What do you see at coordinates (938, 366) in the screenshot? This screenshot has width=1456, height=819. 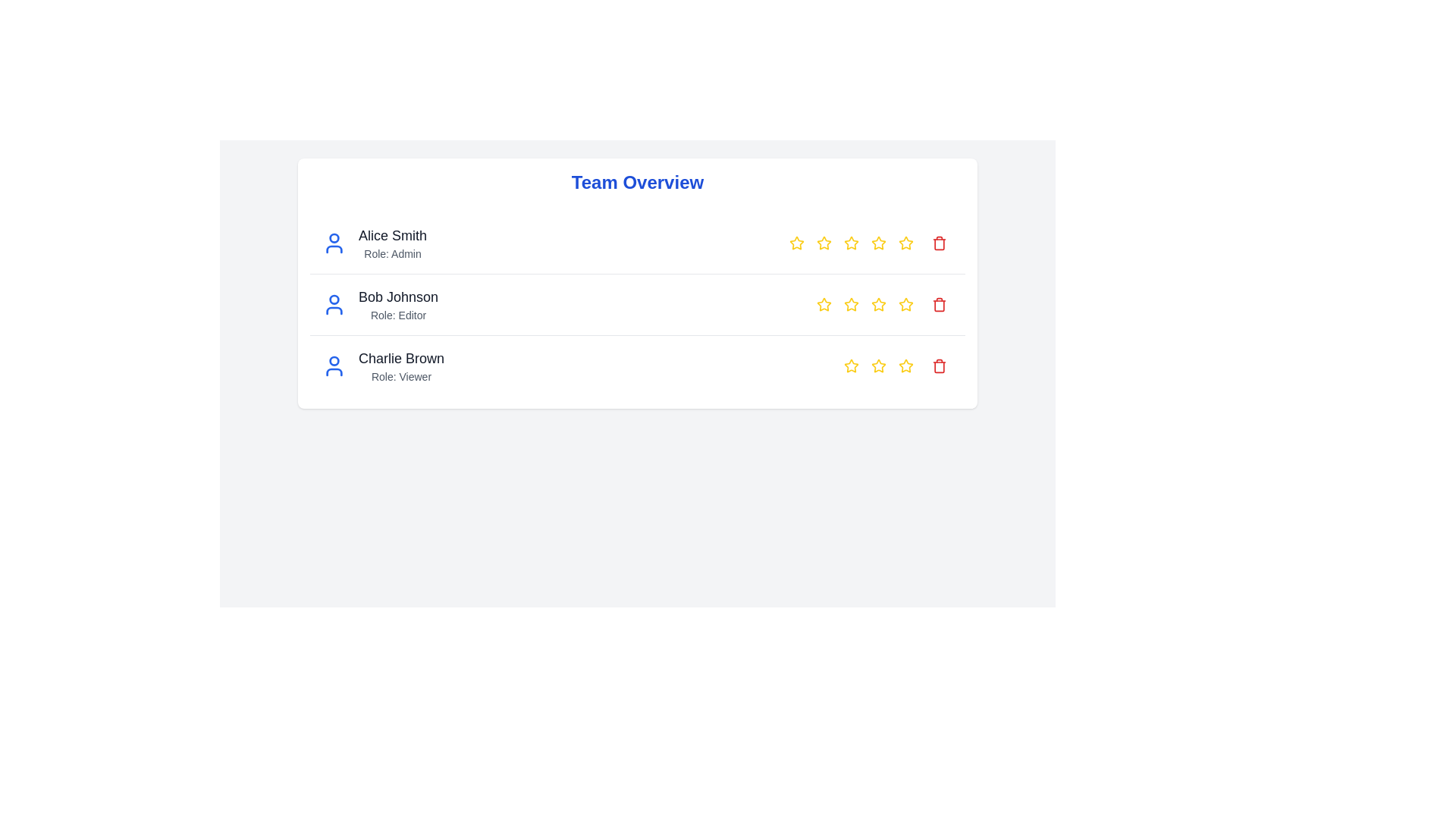 I see `the delete icon located at the far right of the third list item in the 'Team Overview' section to initiate the deletion process` at bounding box center [938, 366].